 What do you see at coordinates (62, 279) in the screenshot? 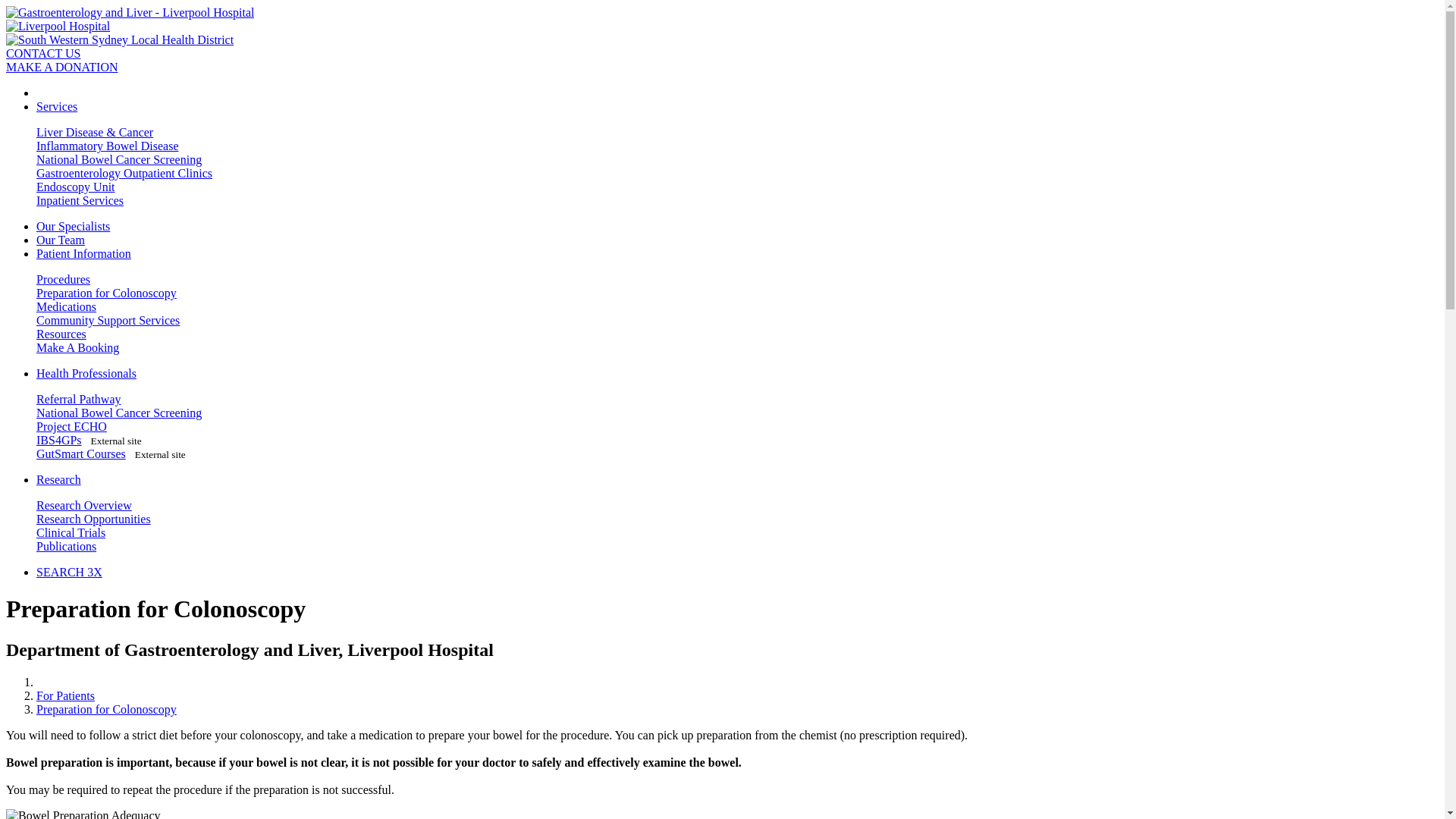
I see `'Procedures'` at bounding box center [62, 279].